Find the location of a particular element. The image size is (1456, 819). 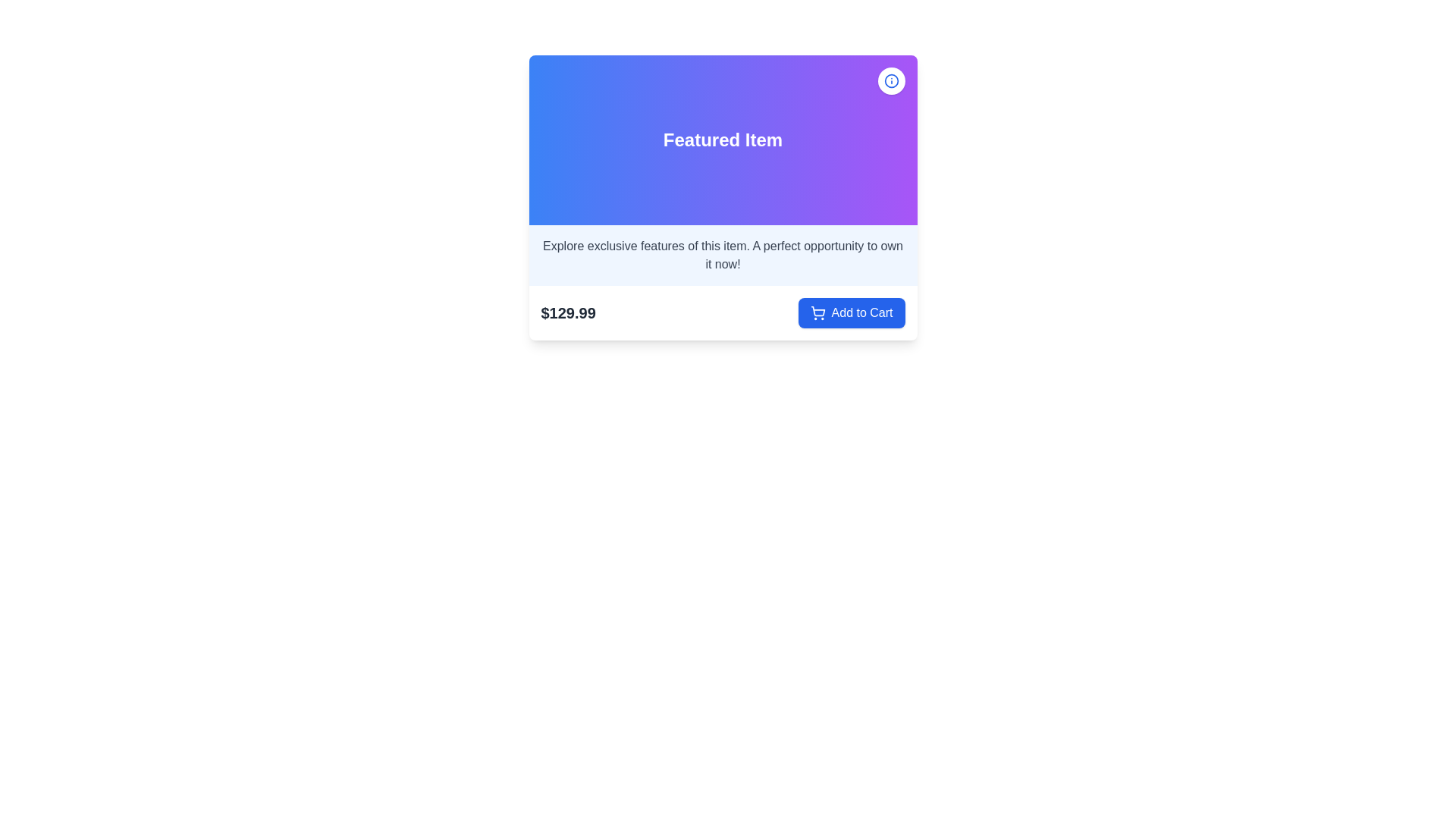

the vector graphic circle element located in the top-right corner of the 'Featured Item' card is located at coordinates (891, 81).